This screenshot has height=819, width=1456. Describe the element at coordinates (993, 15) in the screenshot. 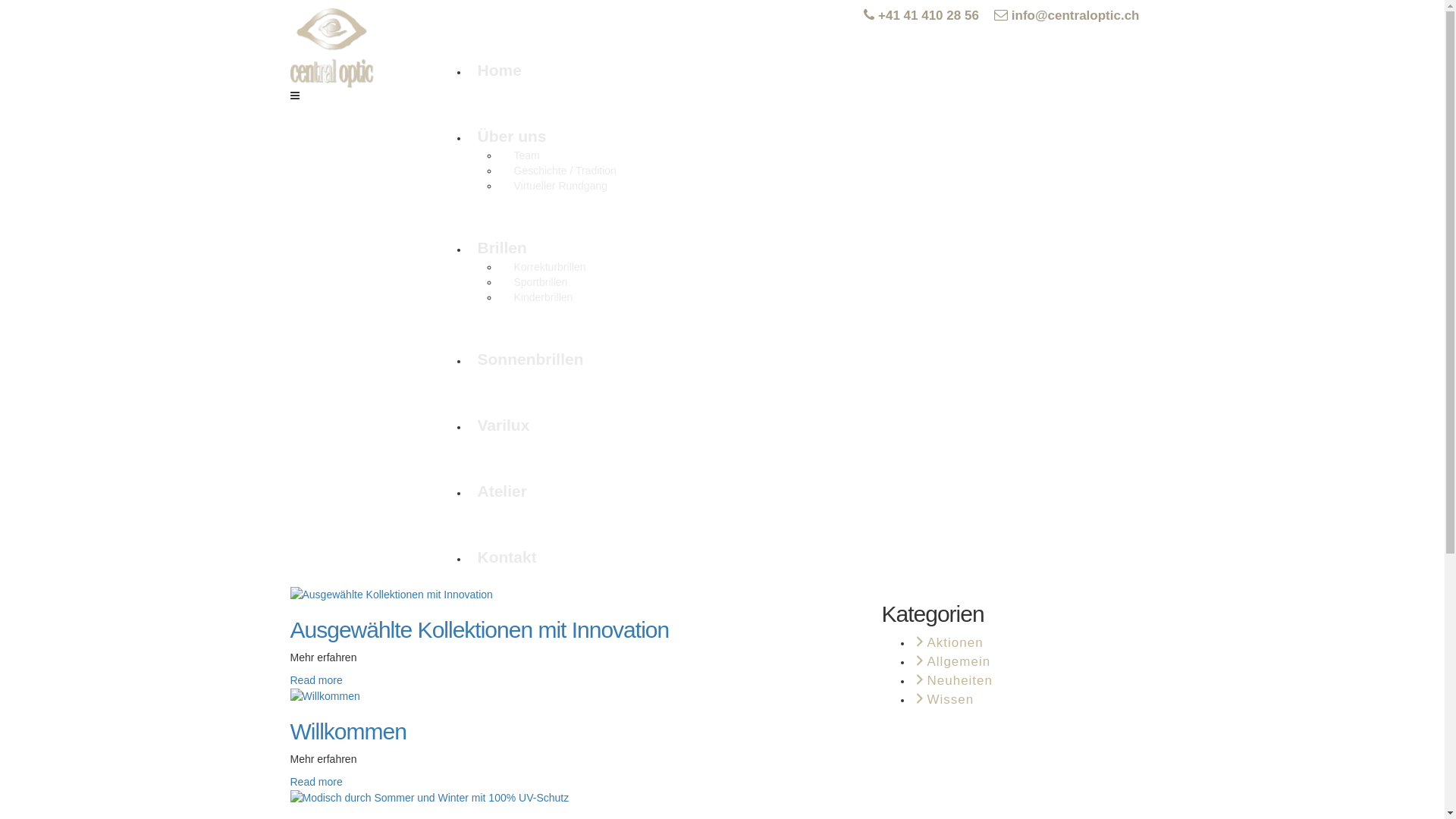

I see `'info@centraloptic.ch'` at that location.